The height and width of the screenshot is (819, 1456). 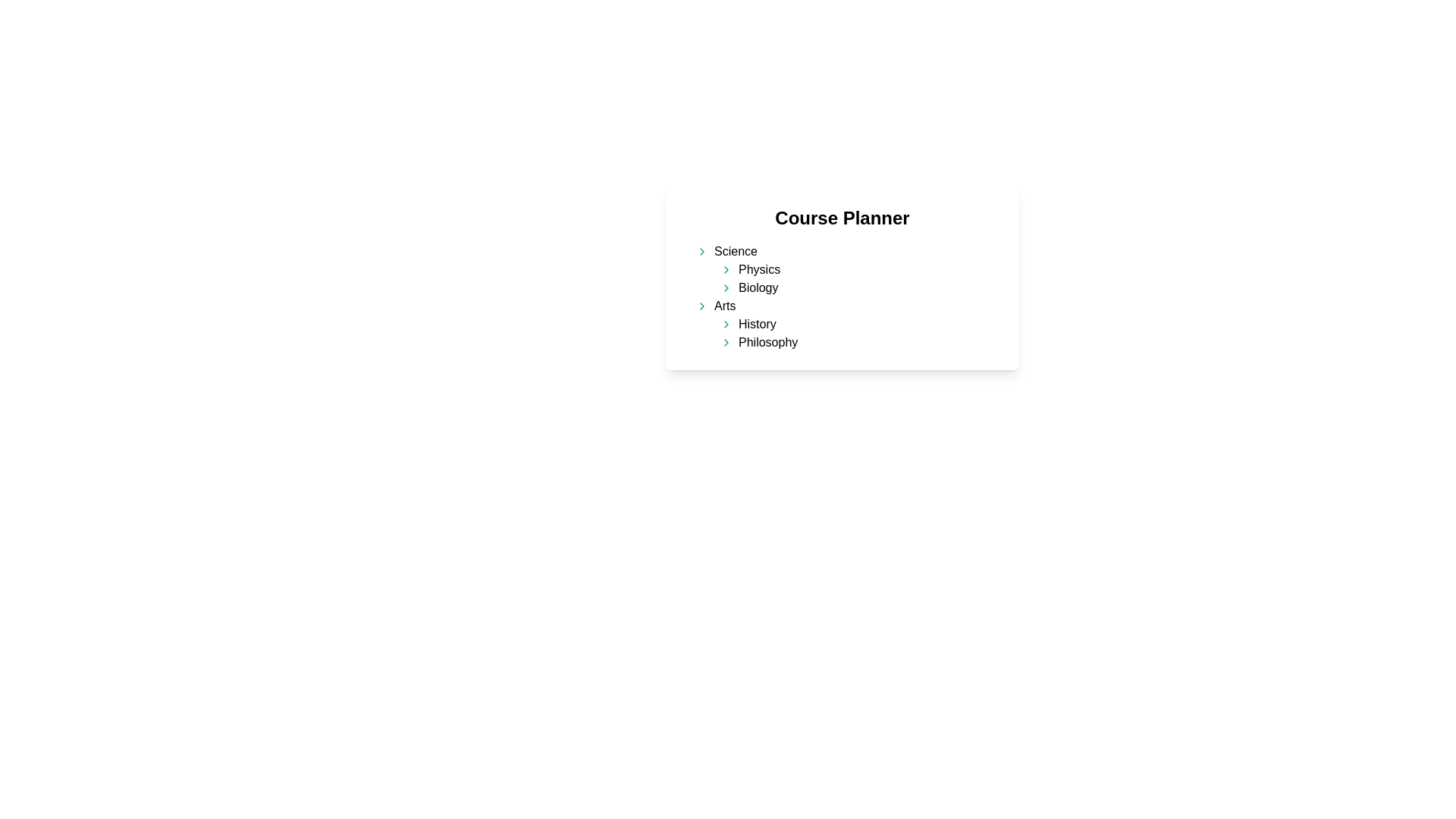 I want to click on the second list item under the 'Science' category, so click(x=860, y=288).